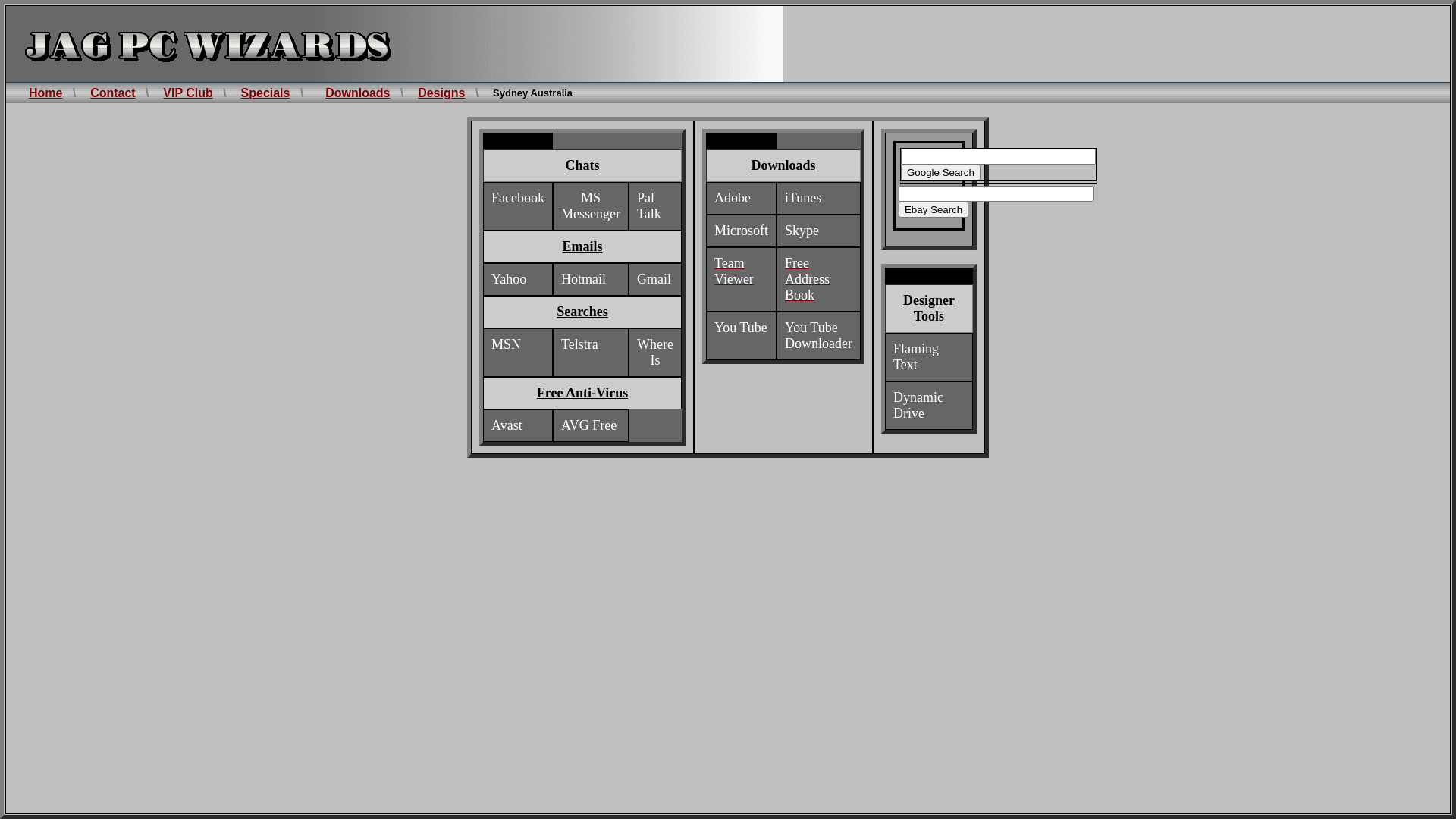 The height and width of the screenshot is (819, 1456). What do you see at coordinates (940, 171) in the screenshot?
I see `'Google Search'` at bounding box center [940, 171].